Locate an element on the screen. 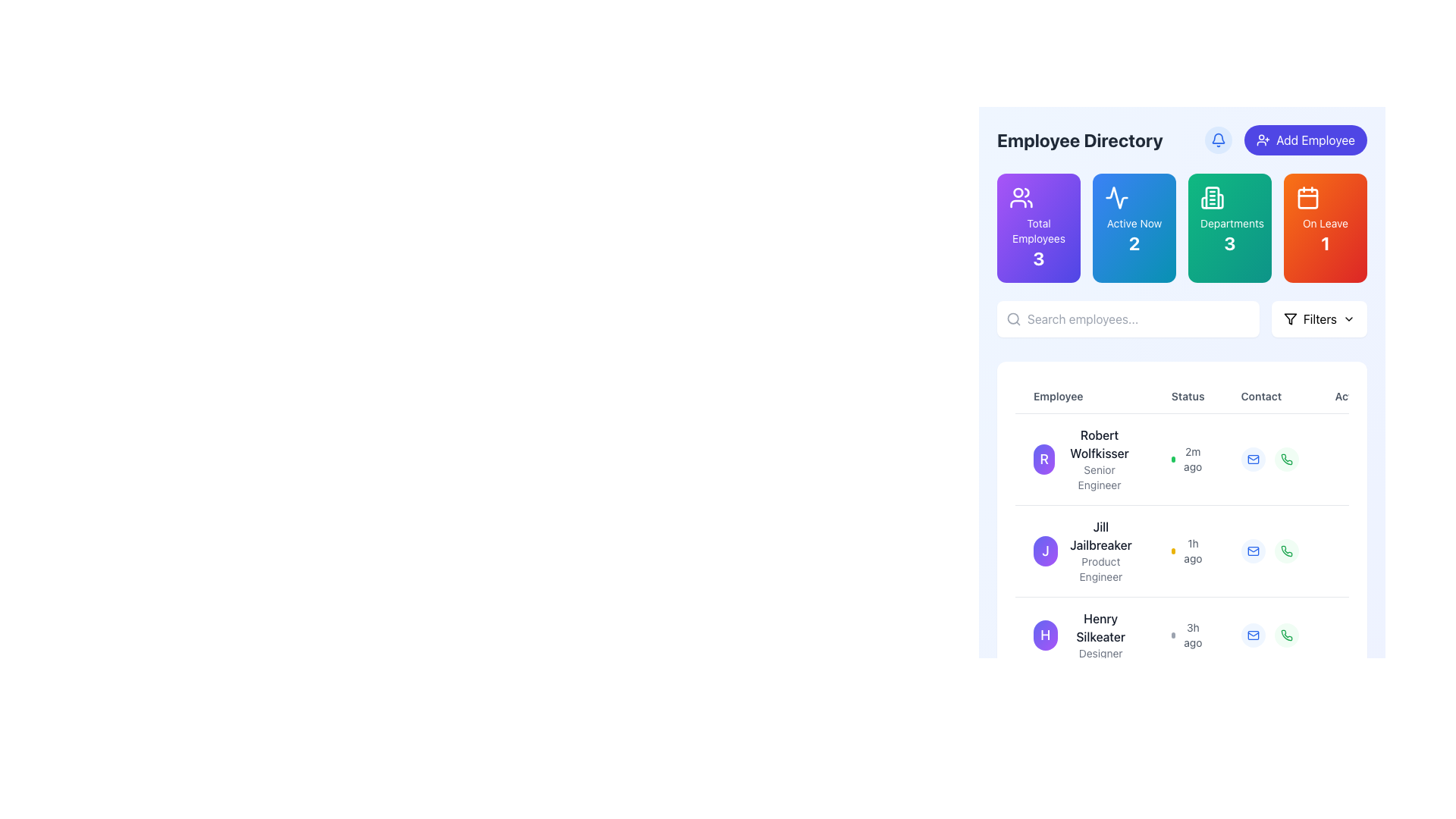 This screenshot has width=1456, height=819. the 'Filters' text label, which is displayed in a sans-serif font and located in a curved rectangle towards the upper-right region of the interface is located at coordinates (1319, 318).